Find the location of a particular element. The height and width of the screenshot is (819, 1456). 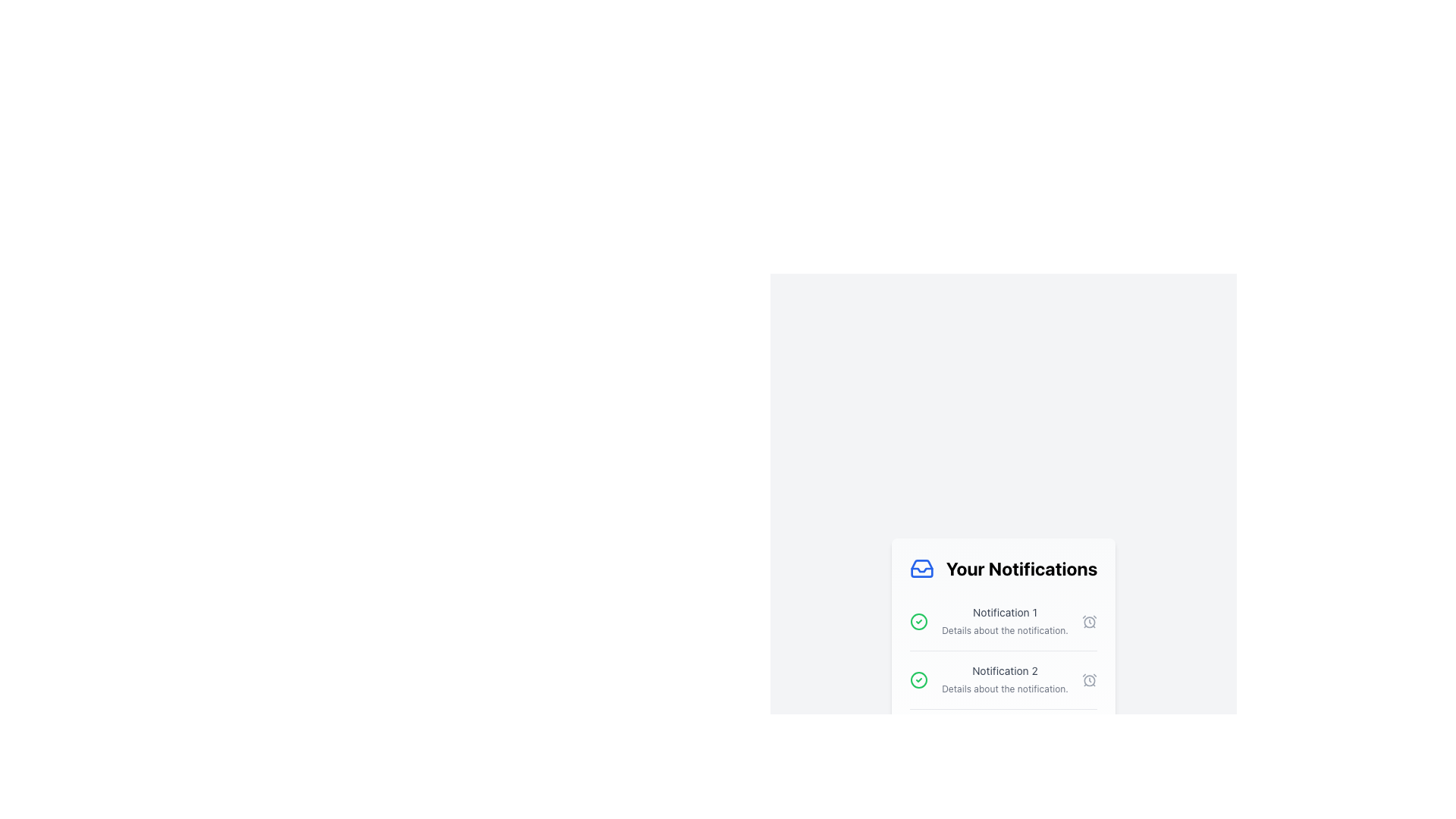

to select the first notification in the list, which contains a green check icon on the left and the text 'Notification 1' and 'Details about the notification.' is located at coordinates (1003, 622).